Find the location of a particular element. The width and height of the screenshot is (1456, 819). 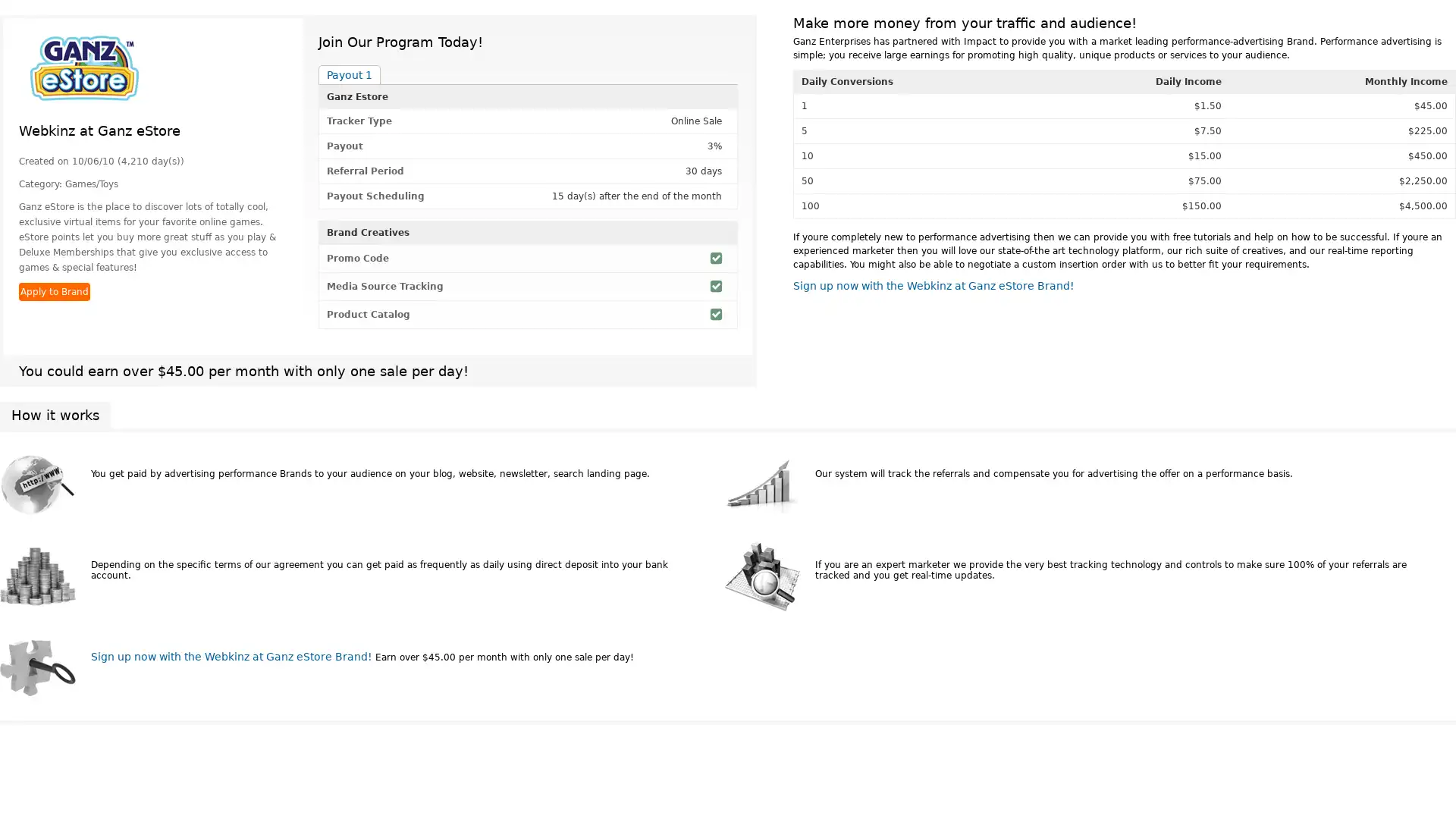

Apply to Brand is located at coordinates (55, 292).